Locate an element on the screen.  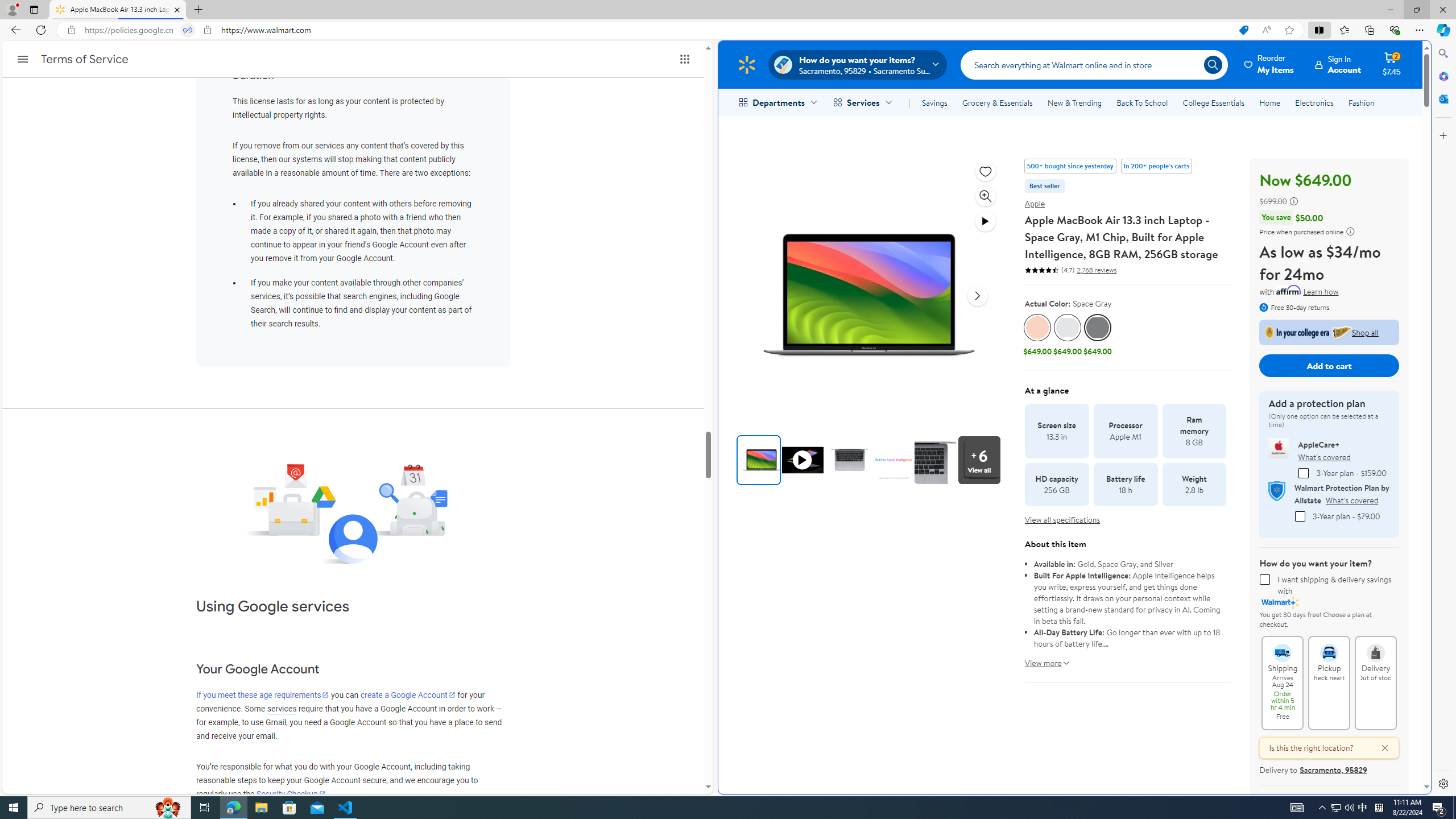
'Free 30-day returns' is located at coordinates (1293, 307).